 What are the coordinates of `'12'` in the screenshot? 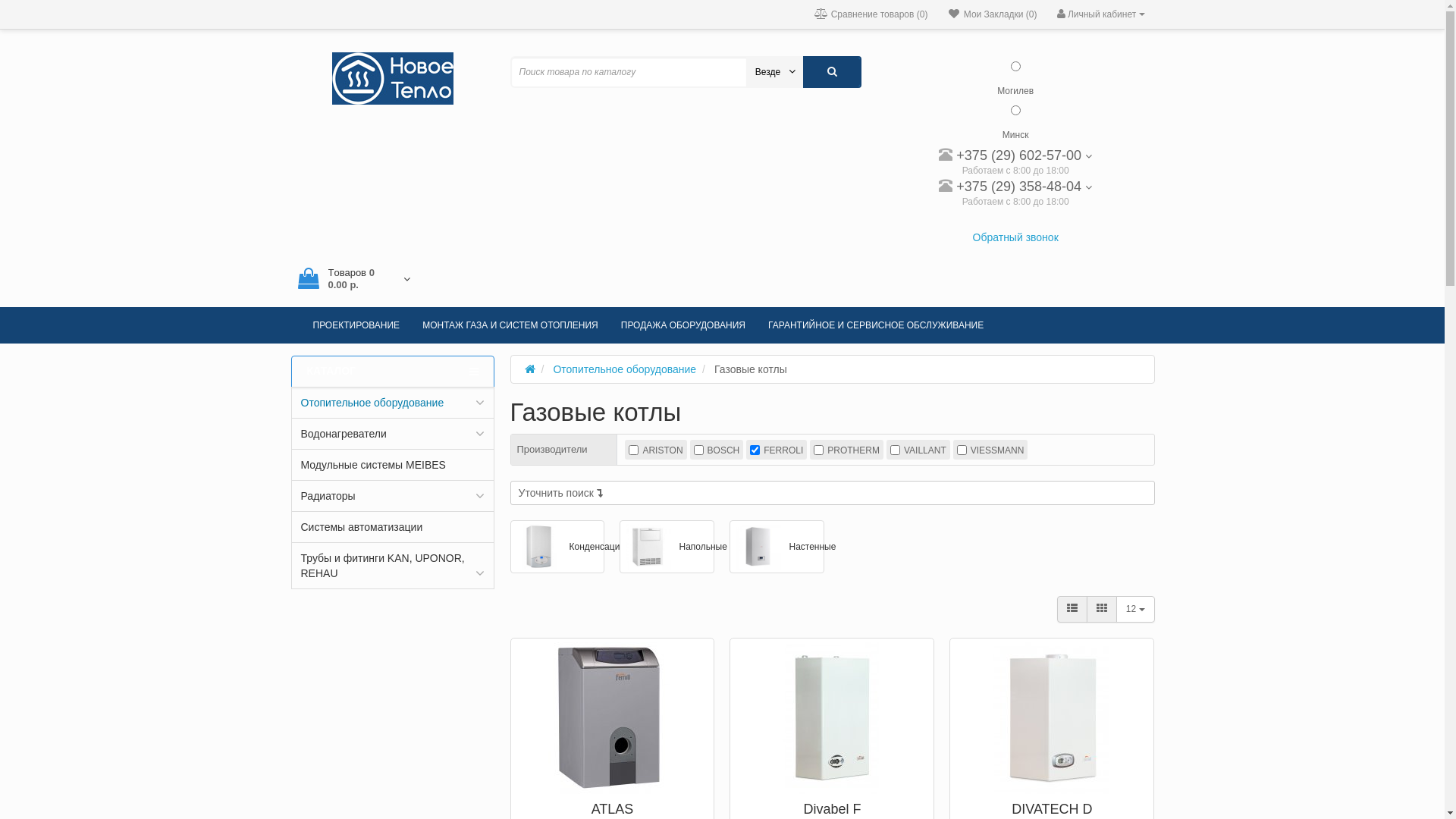 It's located at (1135, 607).